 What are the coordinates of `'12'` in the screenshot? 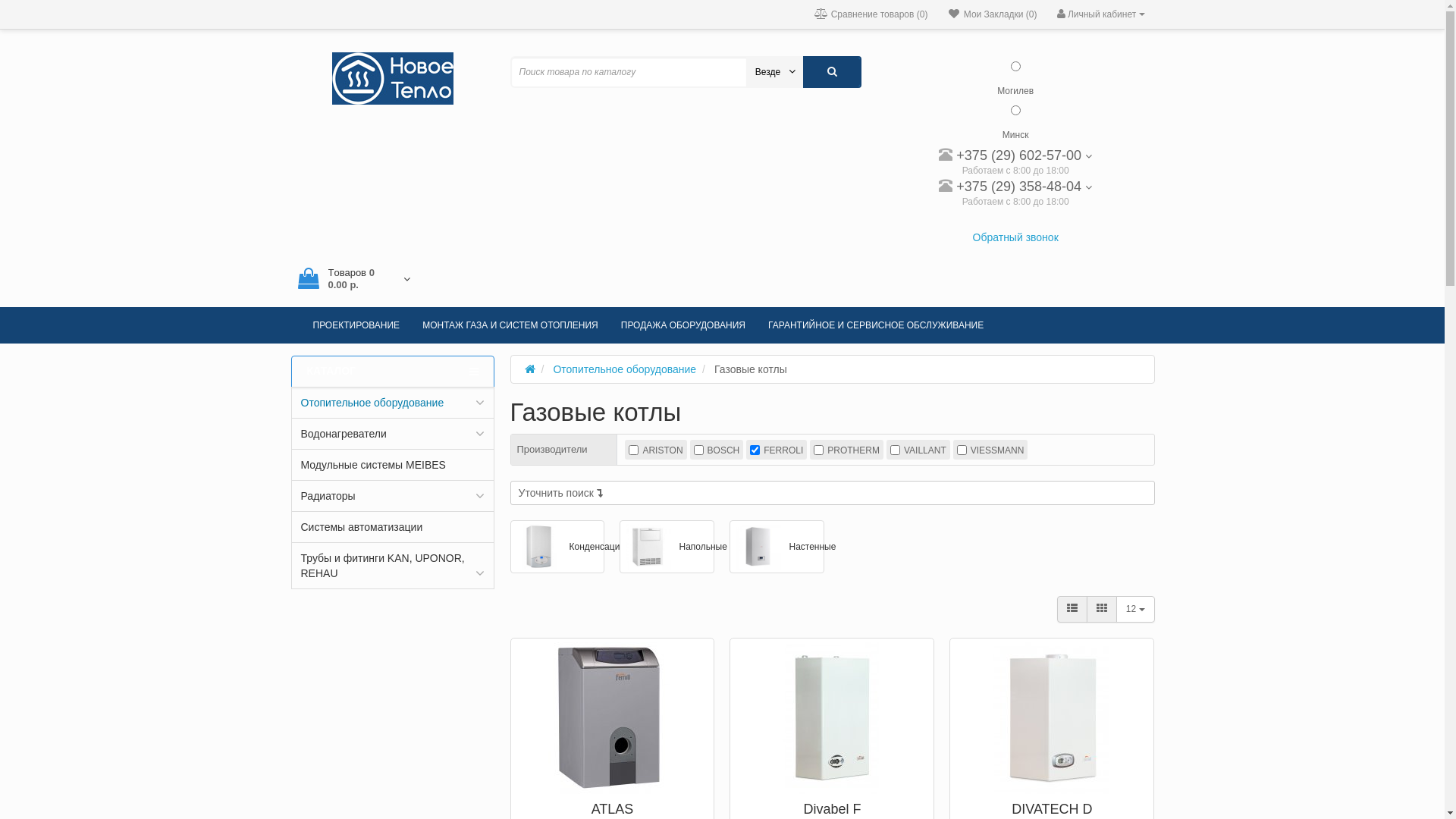 It's located at (1135, 607).